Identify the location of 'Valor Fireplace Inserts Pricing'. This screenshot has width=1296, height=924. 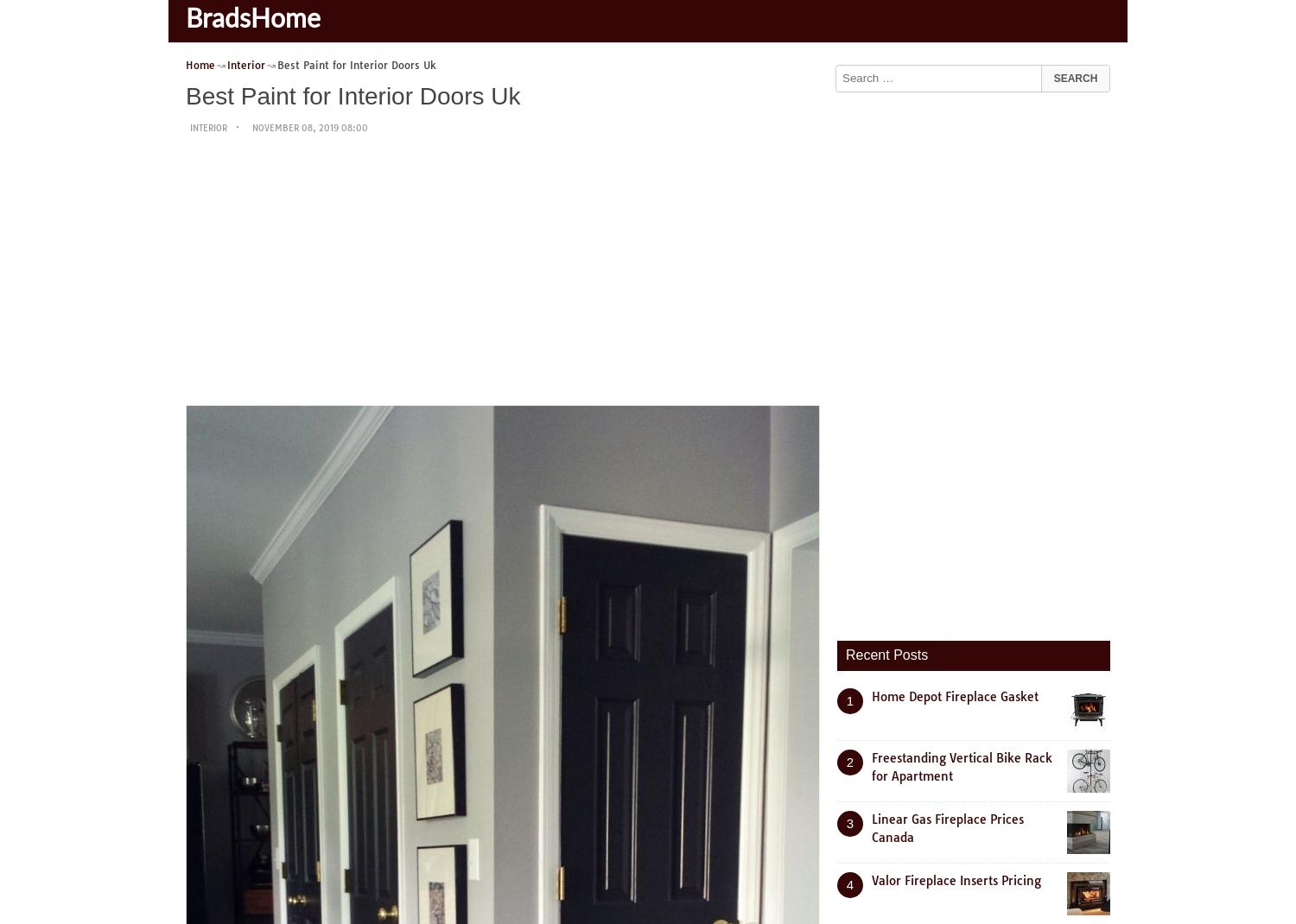
(956, 879).